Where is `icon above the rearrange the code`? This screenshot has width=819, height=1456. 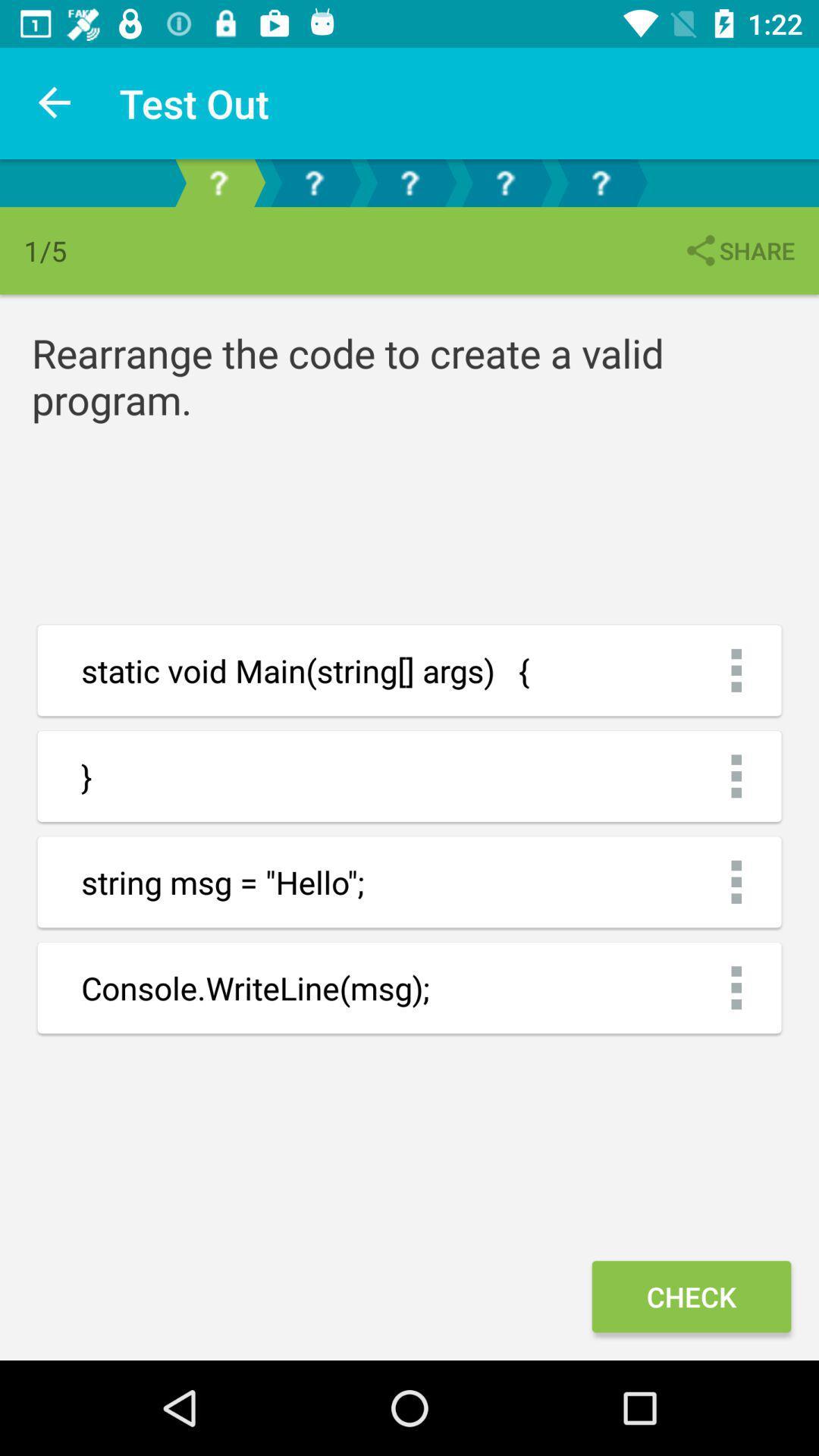 icon above the rearrange the code is located at coordinates (738, 250).